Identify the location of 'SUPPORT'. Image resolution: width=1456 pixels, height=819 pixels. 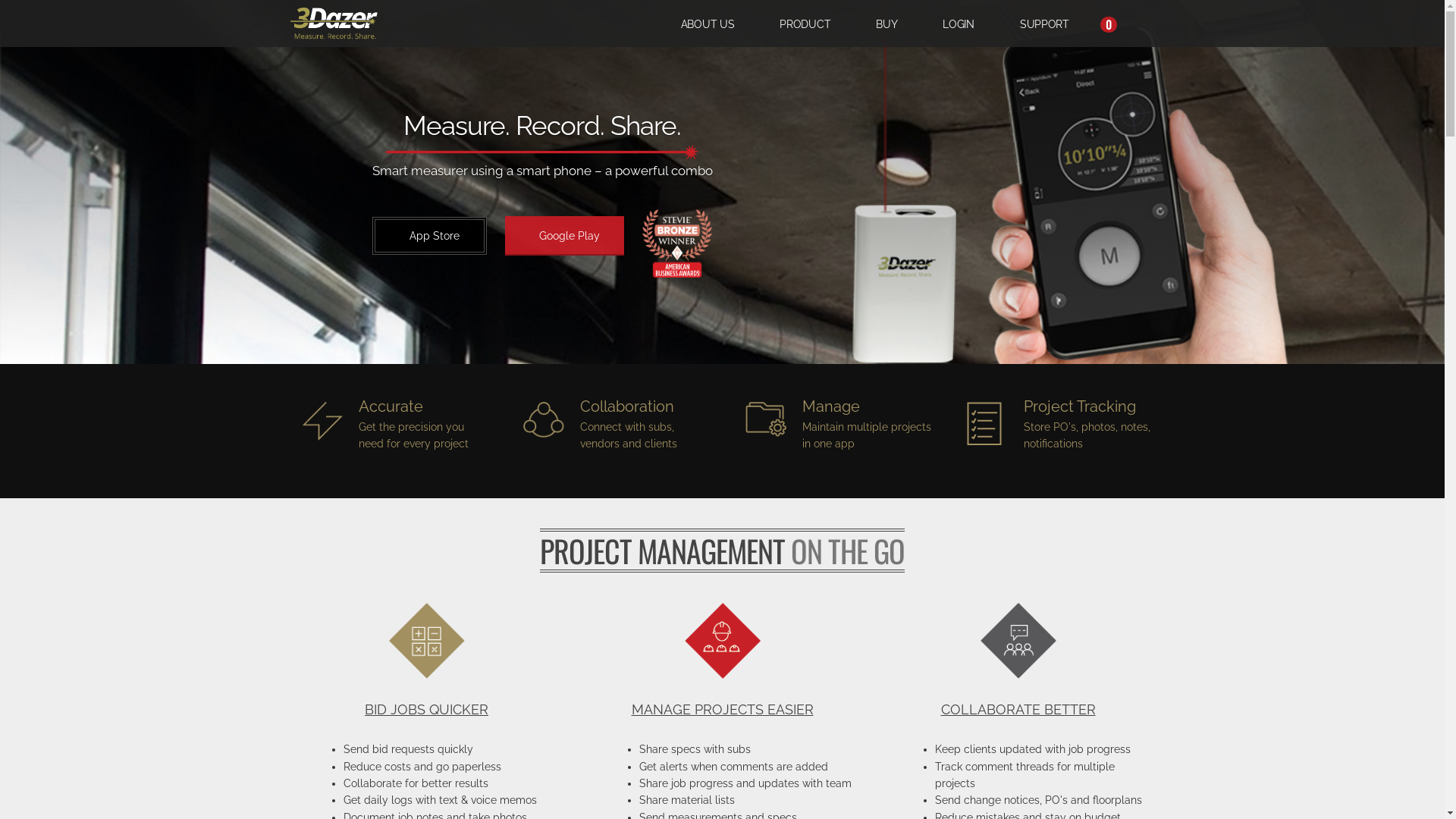
(1043, 23).